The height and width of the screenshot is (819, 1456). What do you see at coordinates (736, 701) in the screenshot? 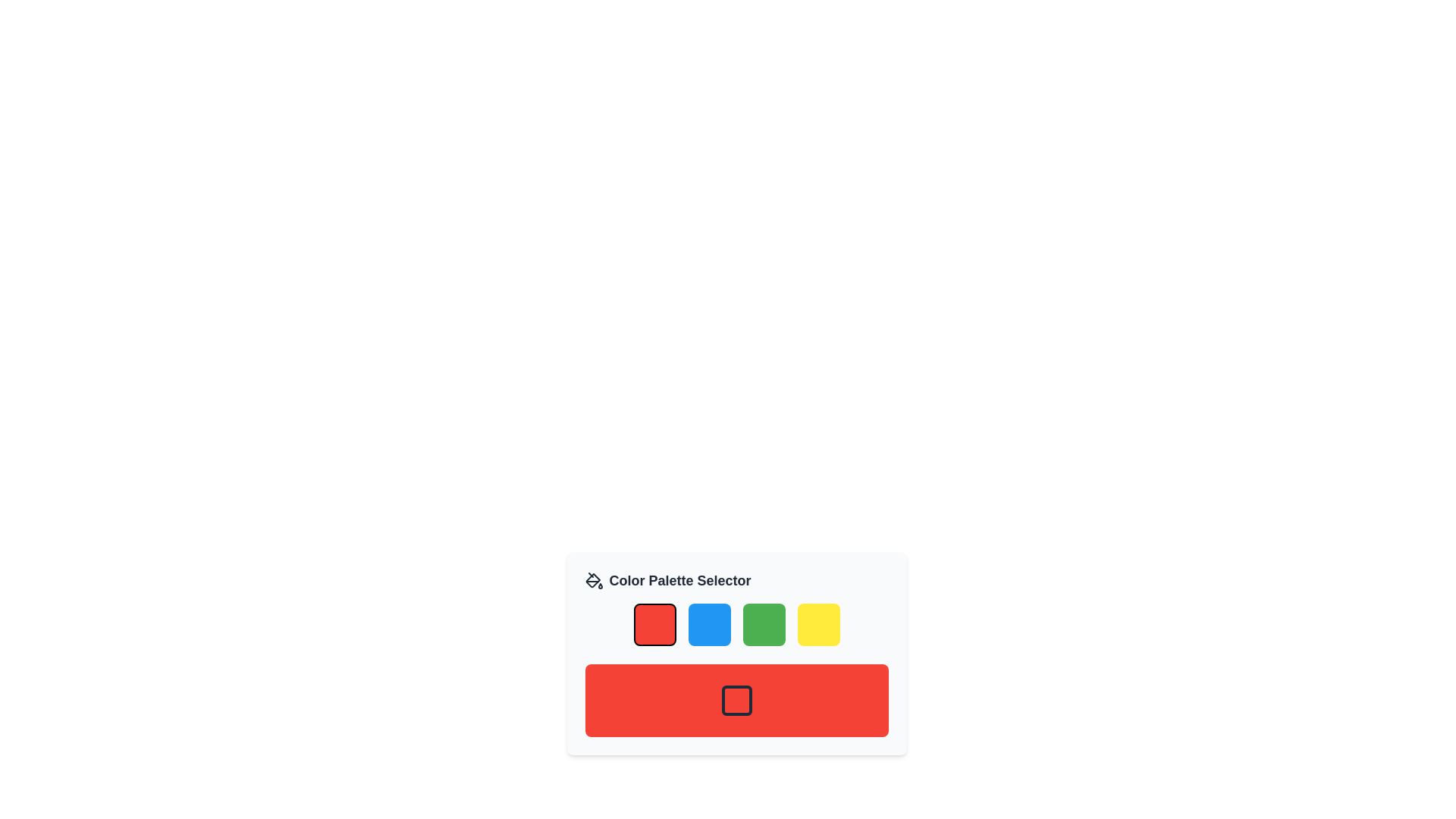
I see `the selection button located at the bottom of the 'Color Palette Selector' panel` at bounding box center [736, 701].